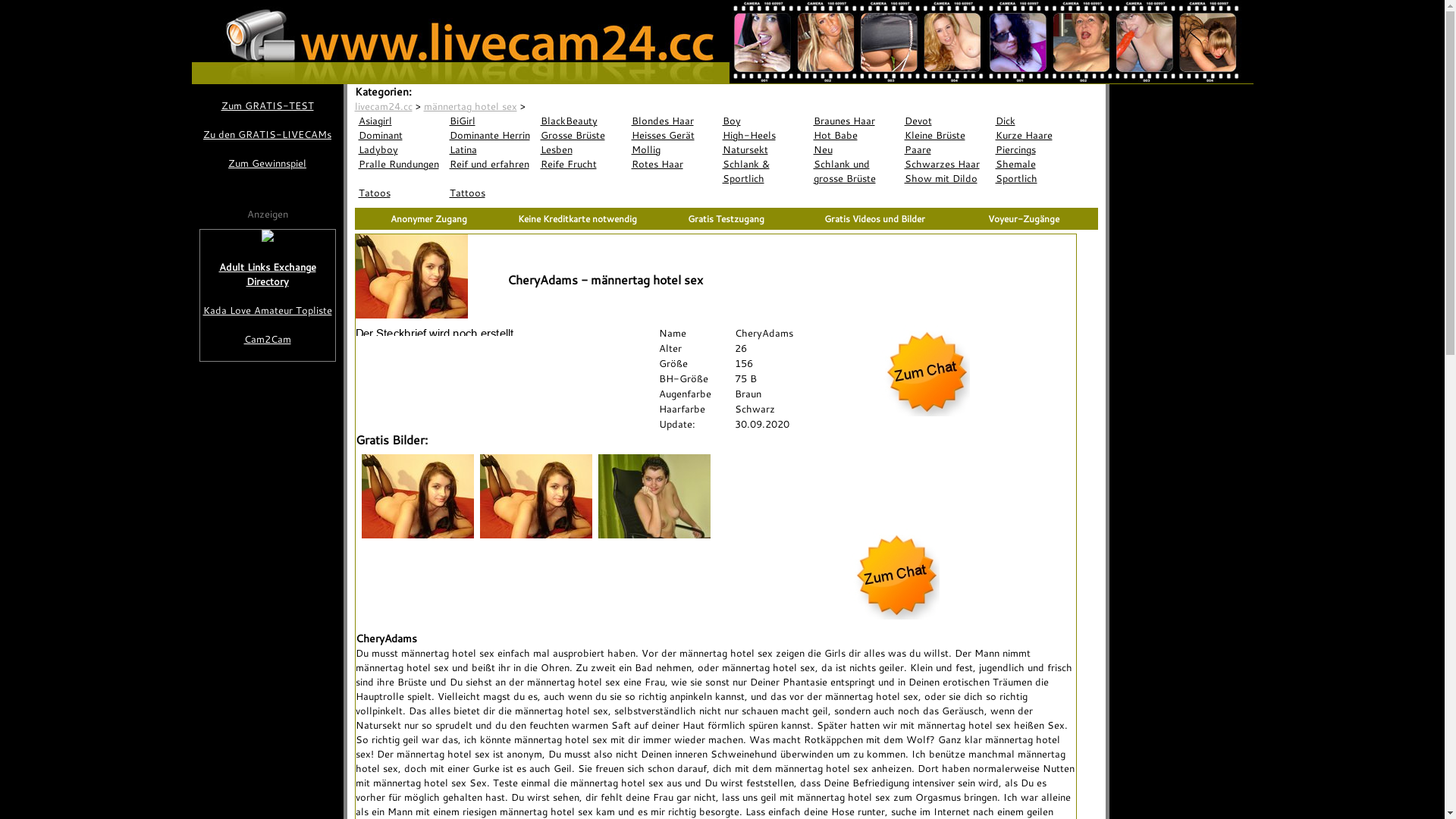 This screenshot has width=1456, height=819. I want to click on 'CheryAdams', so click(556, 105).